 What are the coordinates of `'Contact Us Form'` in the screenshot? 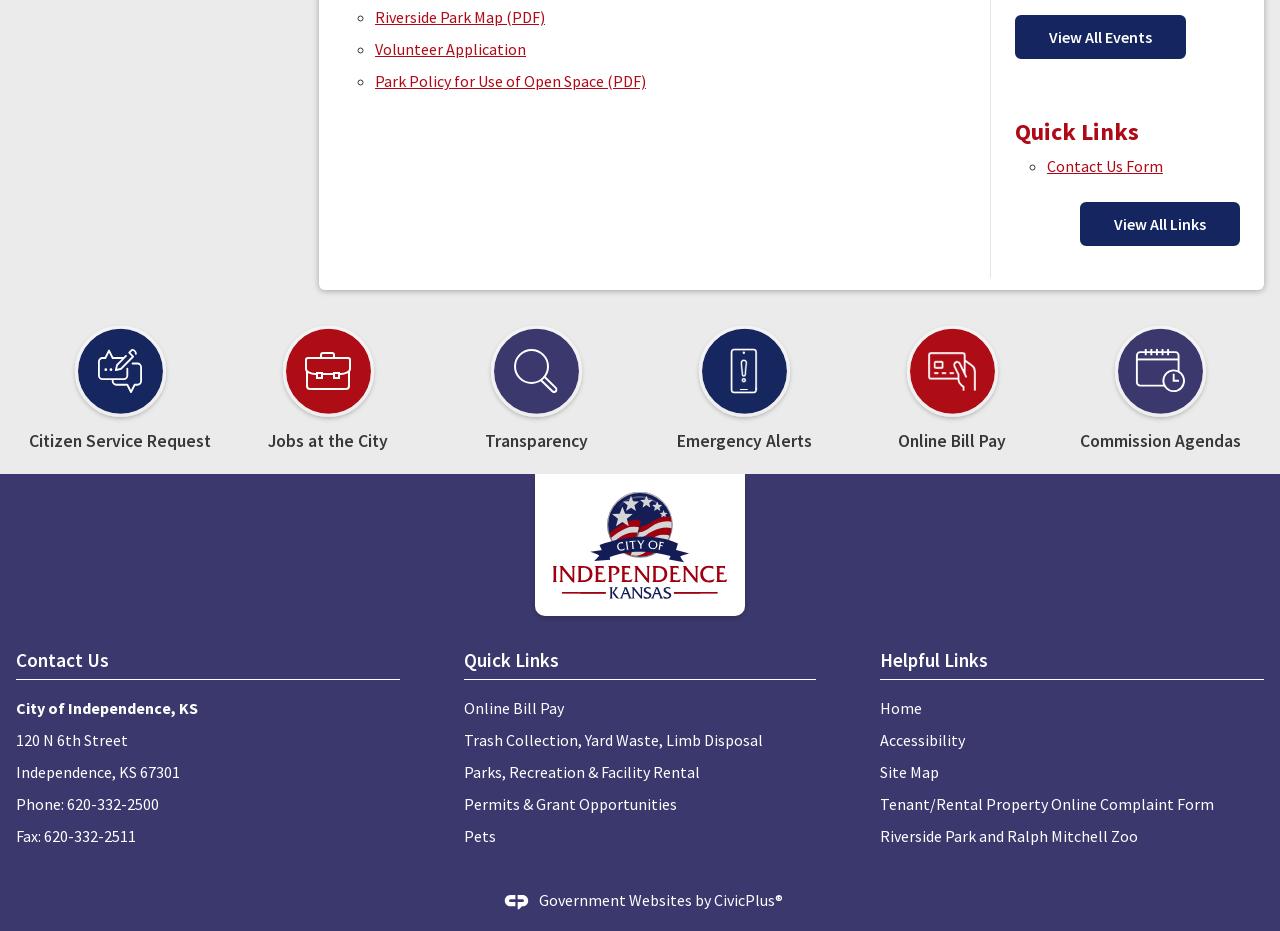 It's located at (1103, 163).